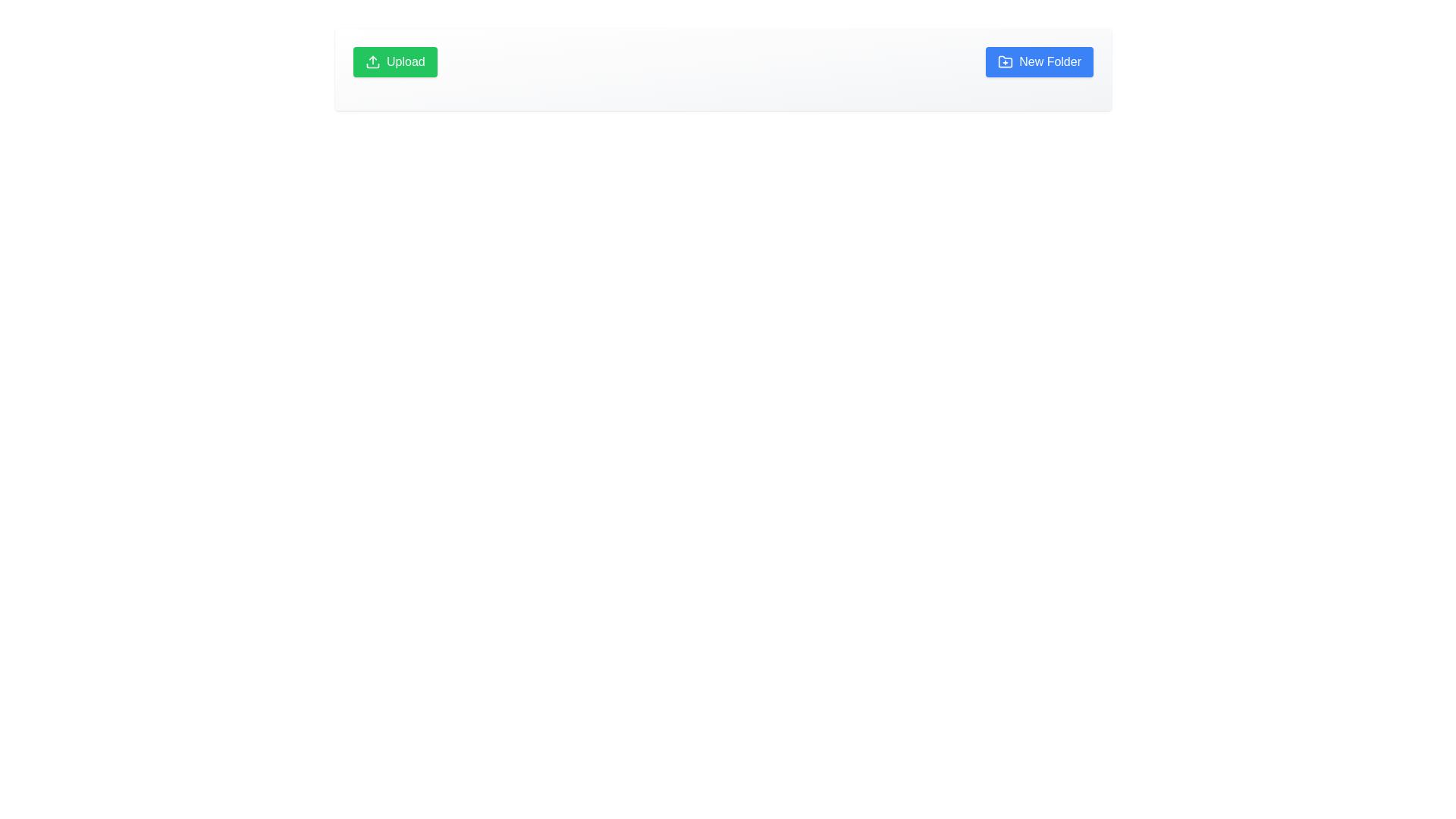 This screenshot has width=1456, height=819. I want to click on the folder icon with a plus sign, so click(1006, 61).